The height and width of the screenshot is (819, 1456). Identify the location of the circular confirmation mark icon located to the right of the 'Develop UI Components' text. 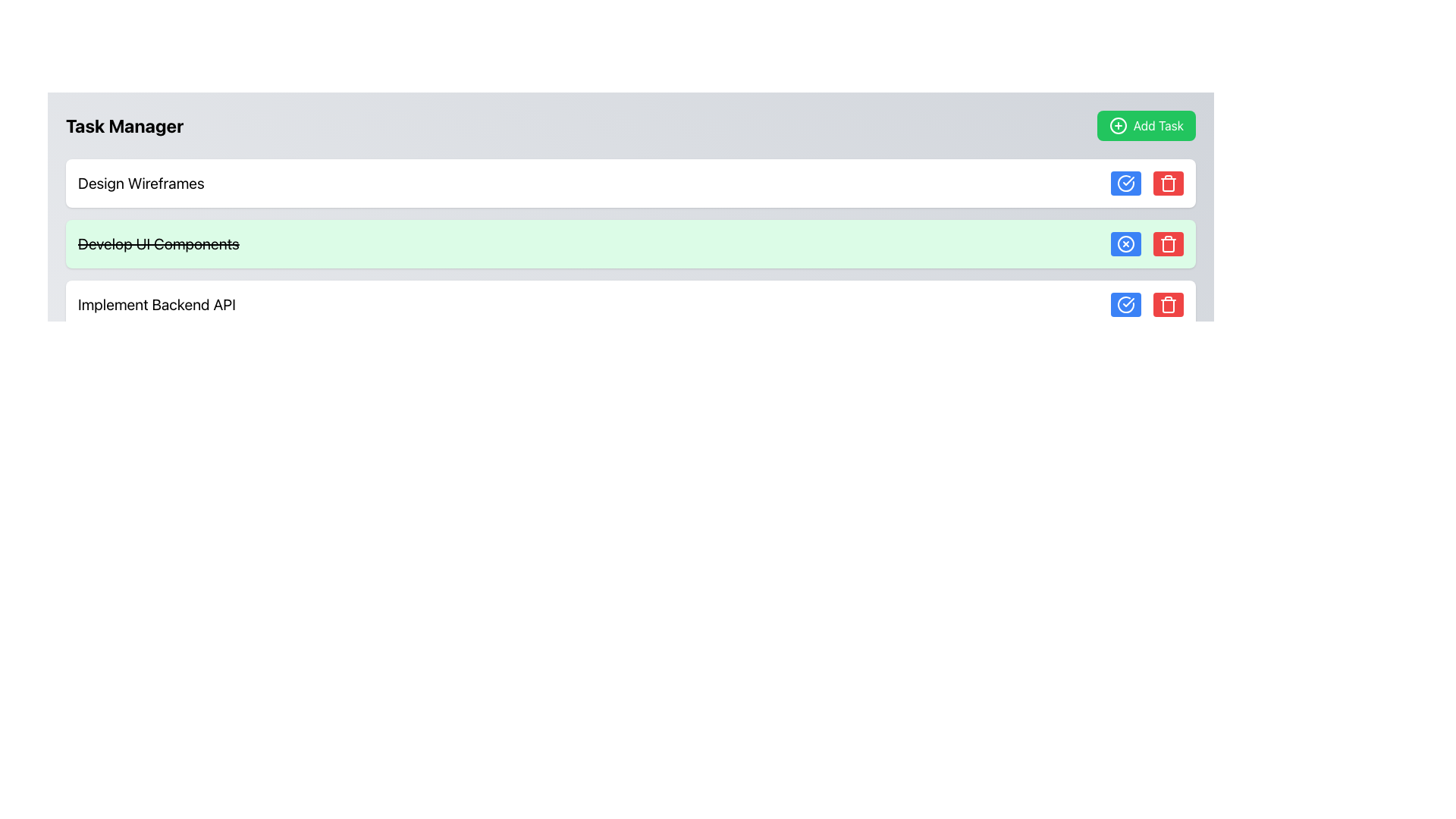
(1125, 304).